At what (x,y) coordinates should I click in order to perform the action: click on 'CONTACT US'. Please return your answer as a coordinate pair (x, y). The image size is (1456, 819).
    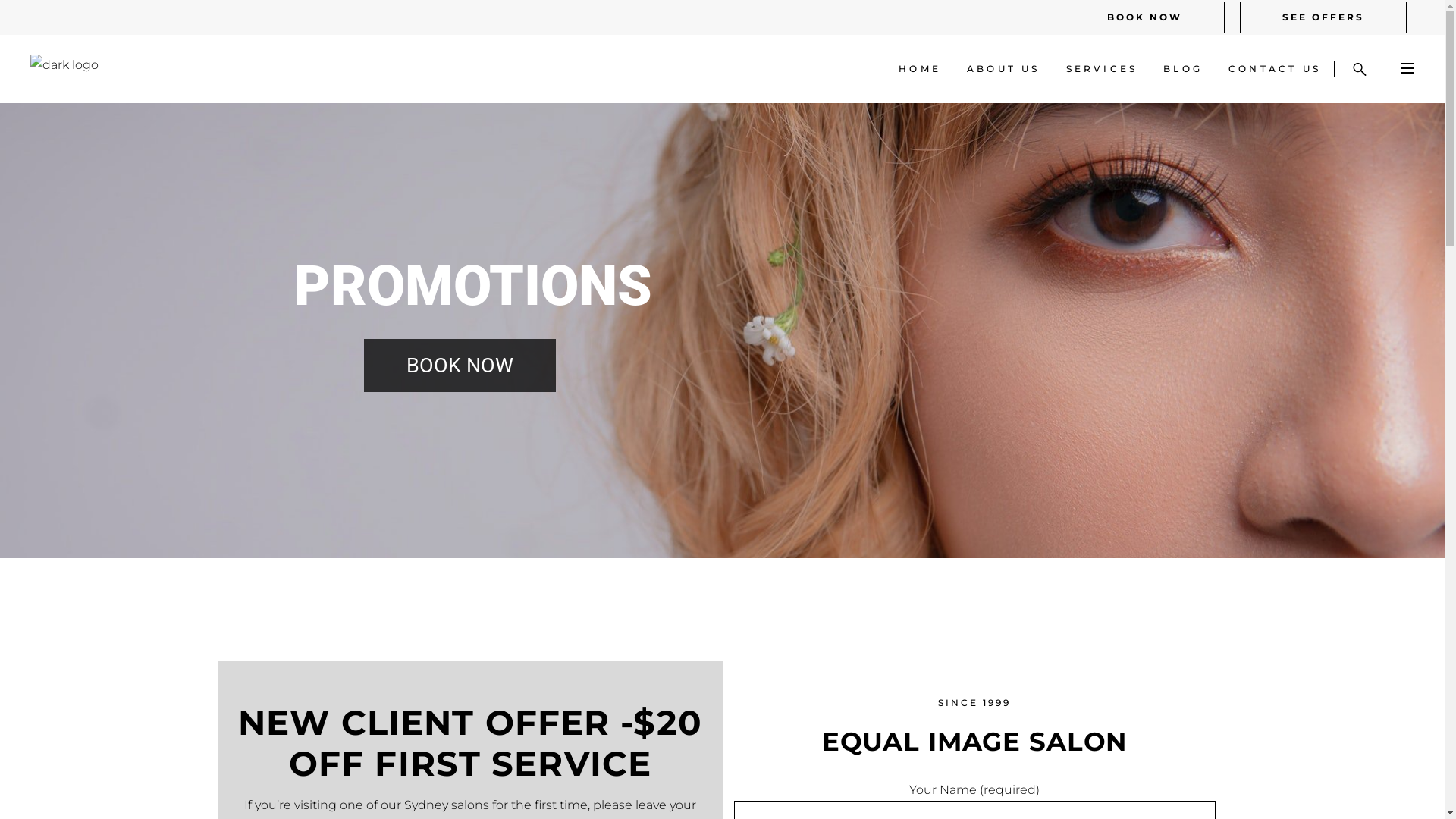
    Looking at the image, I should click on (1274, 69).